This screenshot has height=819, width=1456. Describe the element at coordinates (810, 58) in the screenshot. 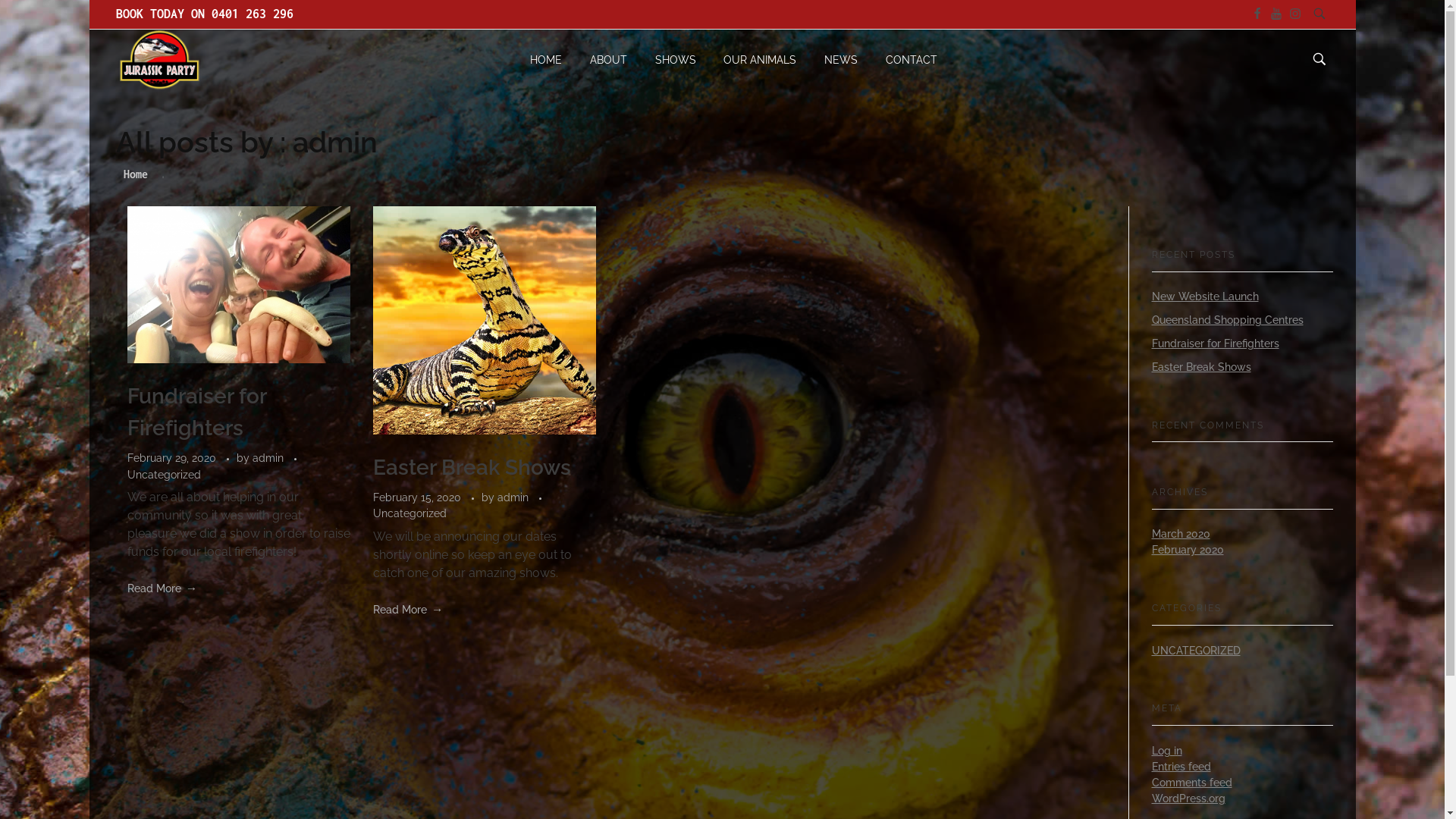

I see `'NEWS'` at that location.